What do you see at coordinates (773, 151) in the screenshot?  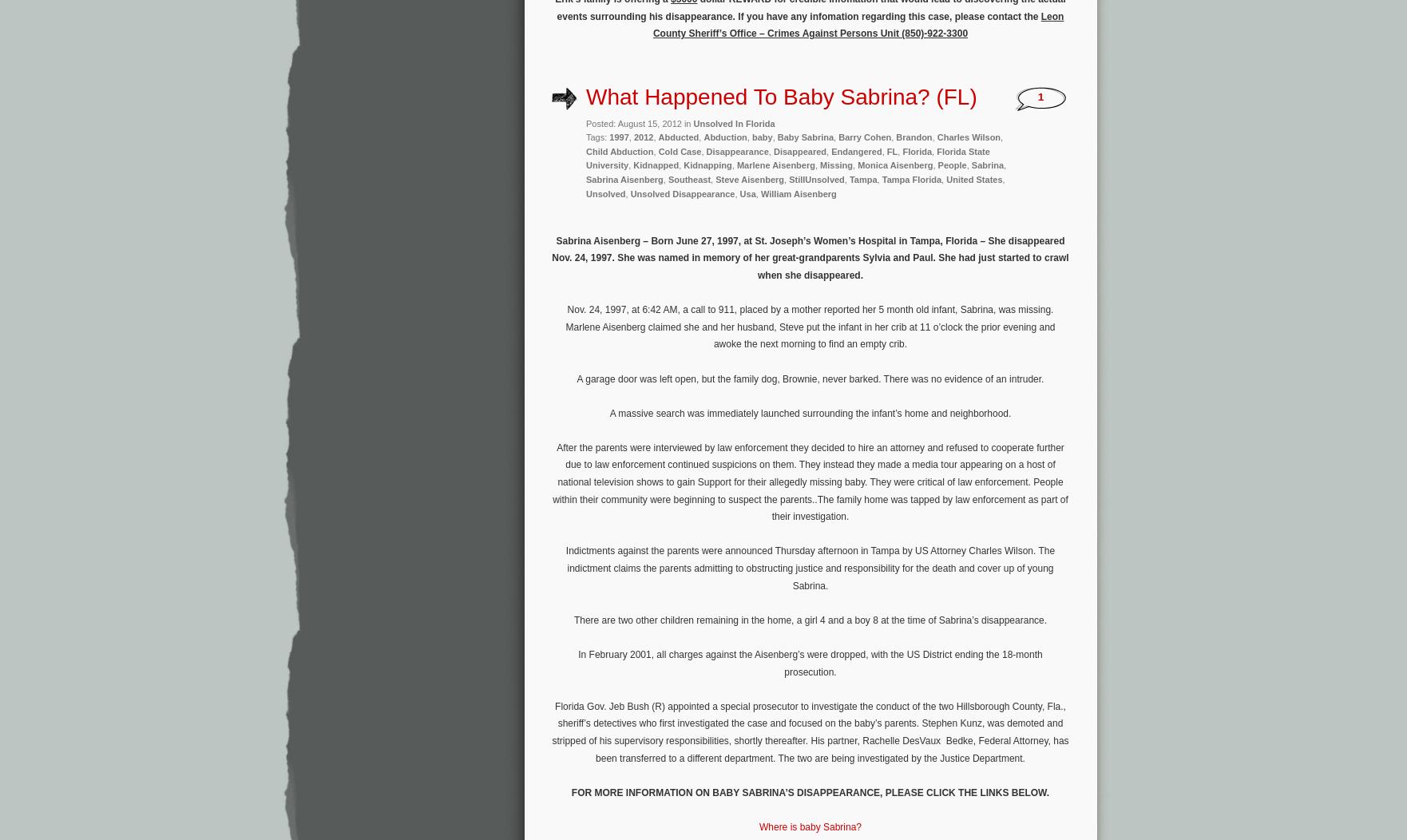 I see `'Disappeared'` at bounding box center [773, 151].